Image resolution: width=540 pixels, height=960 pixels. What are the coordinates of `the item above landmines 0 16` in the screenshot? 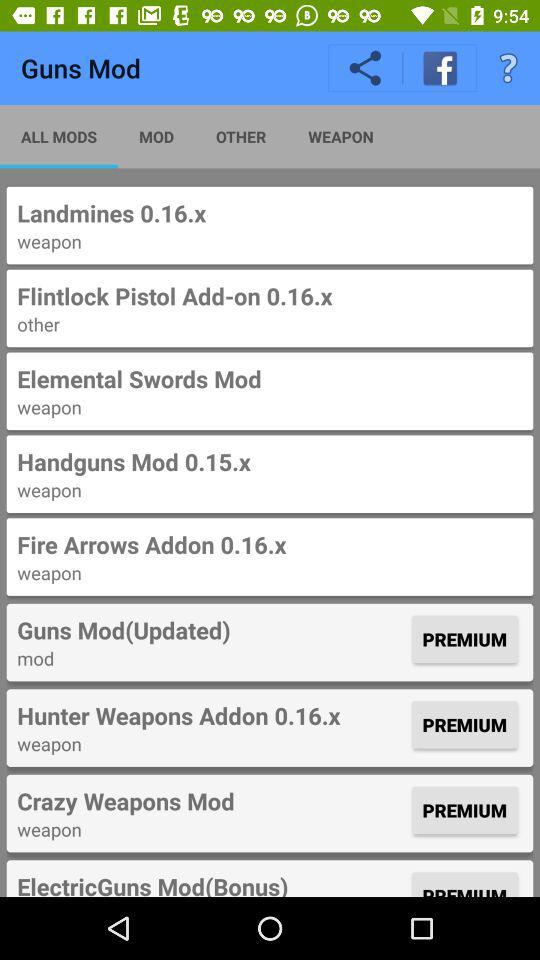 It's located at (508, 68).